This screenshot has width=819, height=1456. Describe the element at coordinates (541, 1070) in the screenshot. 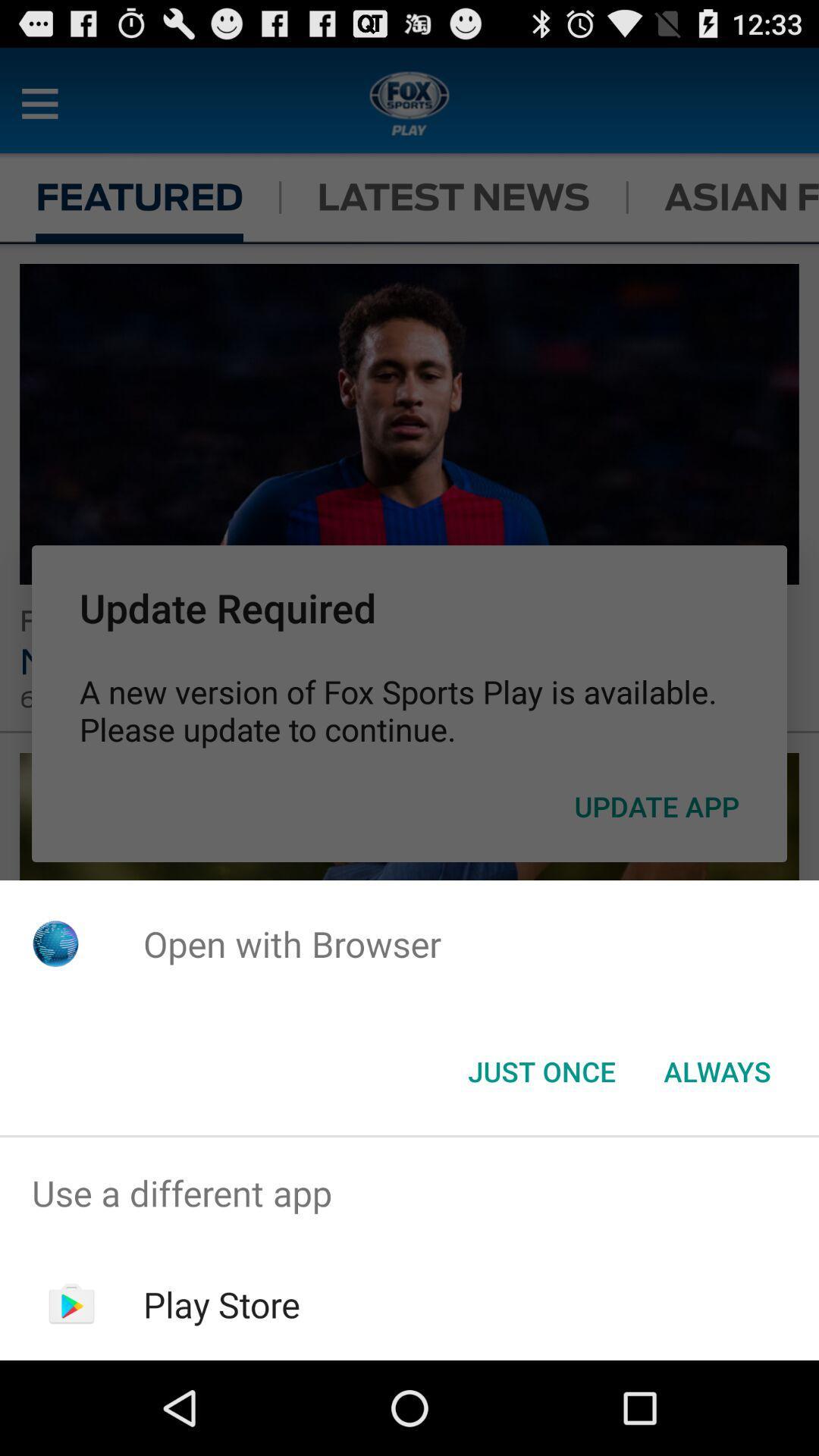

I see `just once button` at that location.